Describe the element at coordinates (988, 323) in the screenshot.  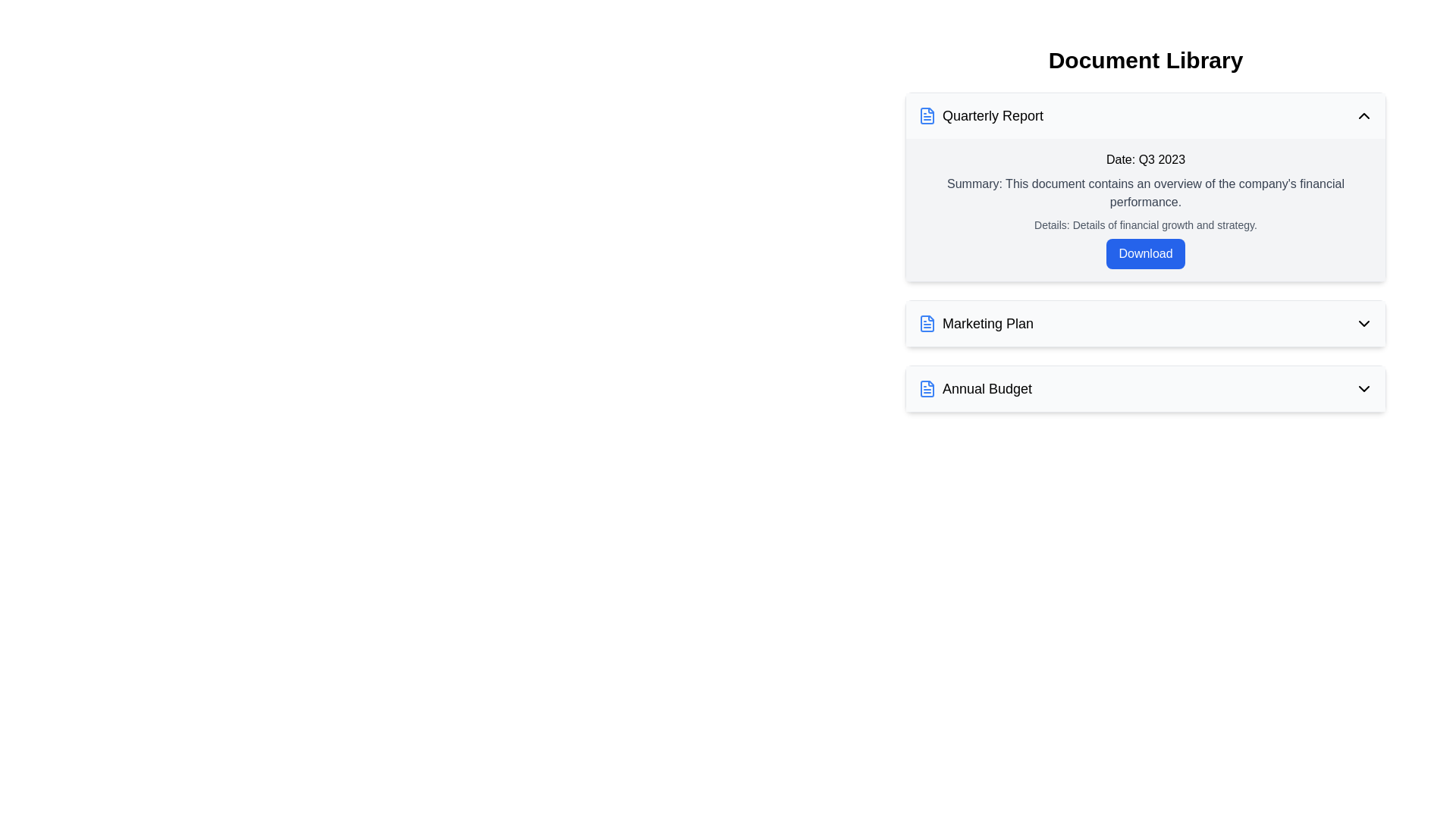
I see `the text label displaying 'Marketing Plan' that is styled in medium bold font and positioned next to a file icon` at that location.